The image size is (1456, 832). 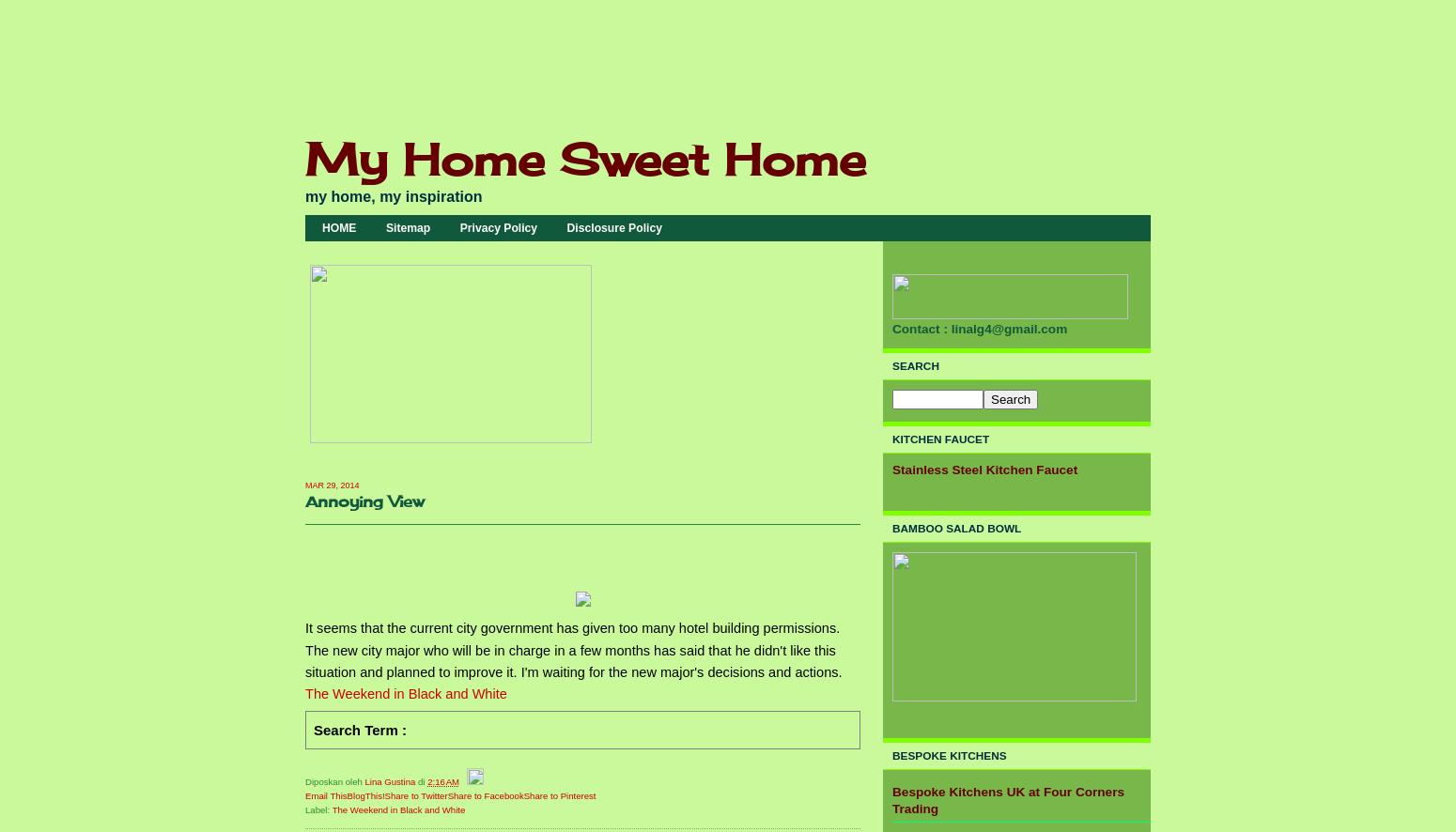 I want to click on 'BlogThis!', so click(x=365, y=793).